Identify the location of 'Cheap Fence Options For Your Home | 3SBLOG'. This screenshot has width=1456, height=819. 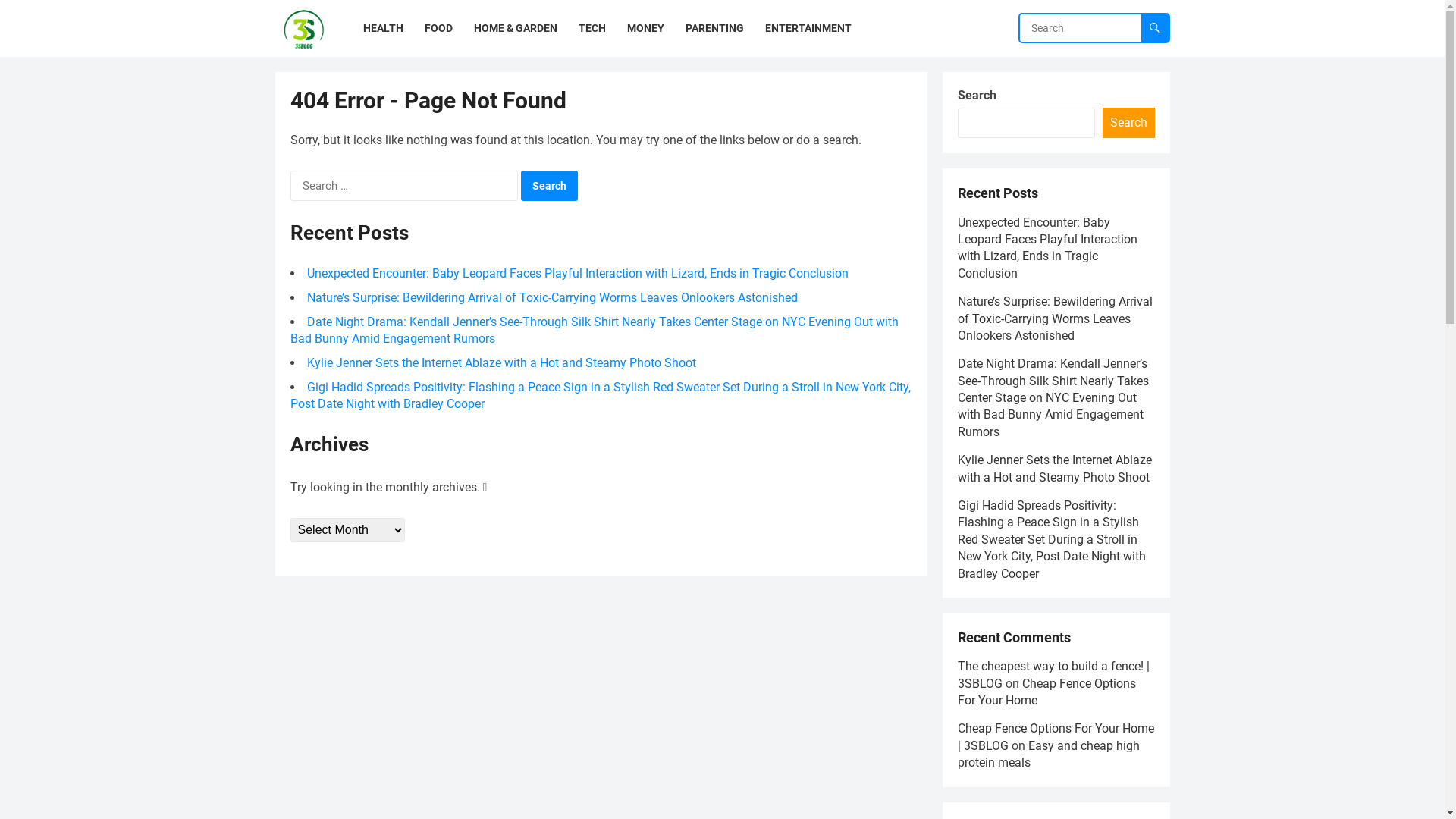
(1054, 736).